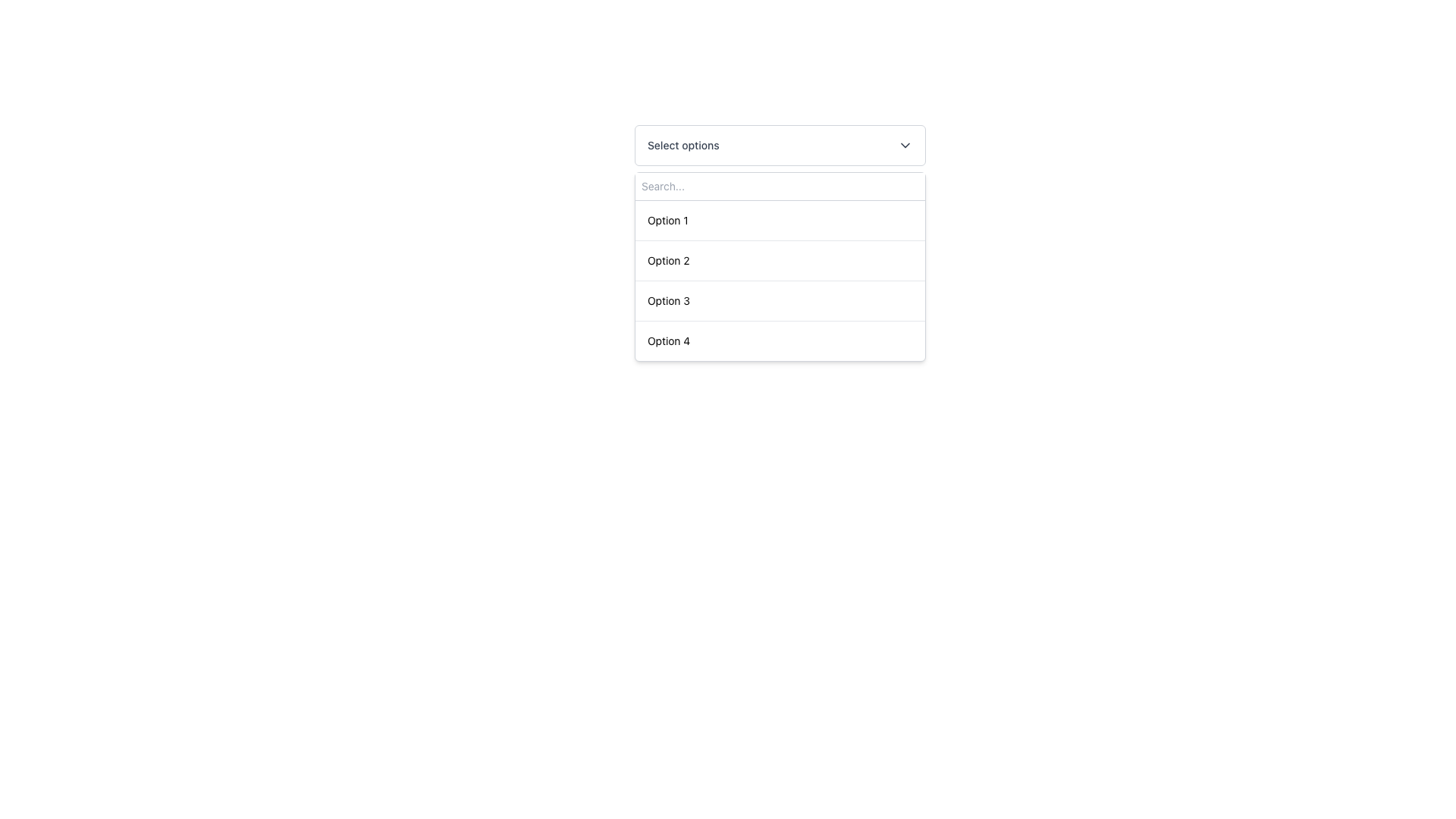 The width and height of the screenshot is (1456, 819). Describe the element at coordinates (668, 341) in the screenshot. I see `the text label displaying 'Option 4', which is styled with a standard sans-serif font and is the fourth item in a dropdown list` at that location.